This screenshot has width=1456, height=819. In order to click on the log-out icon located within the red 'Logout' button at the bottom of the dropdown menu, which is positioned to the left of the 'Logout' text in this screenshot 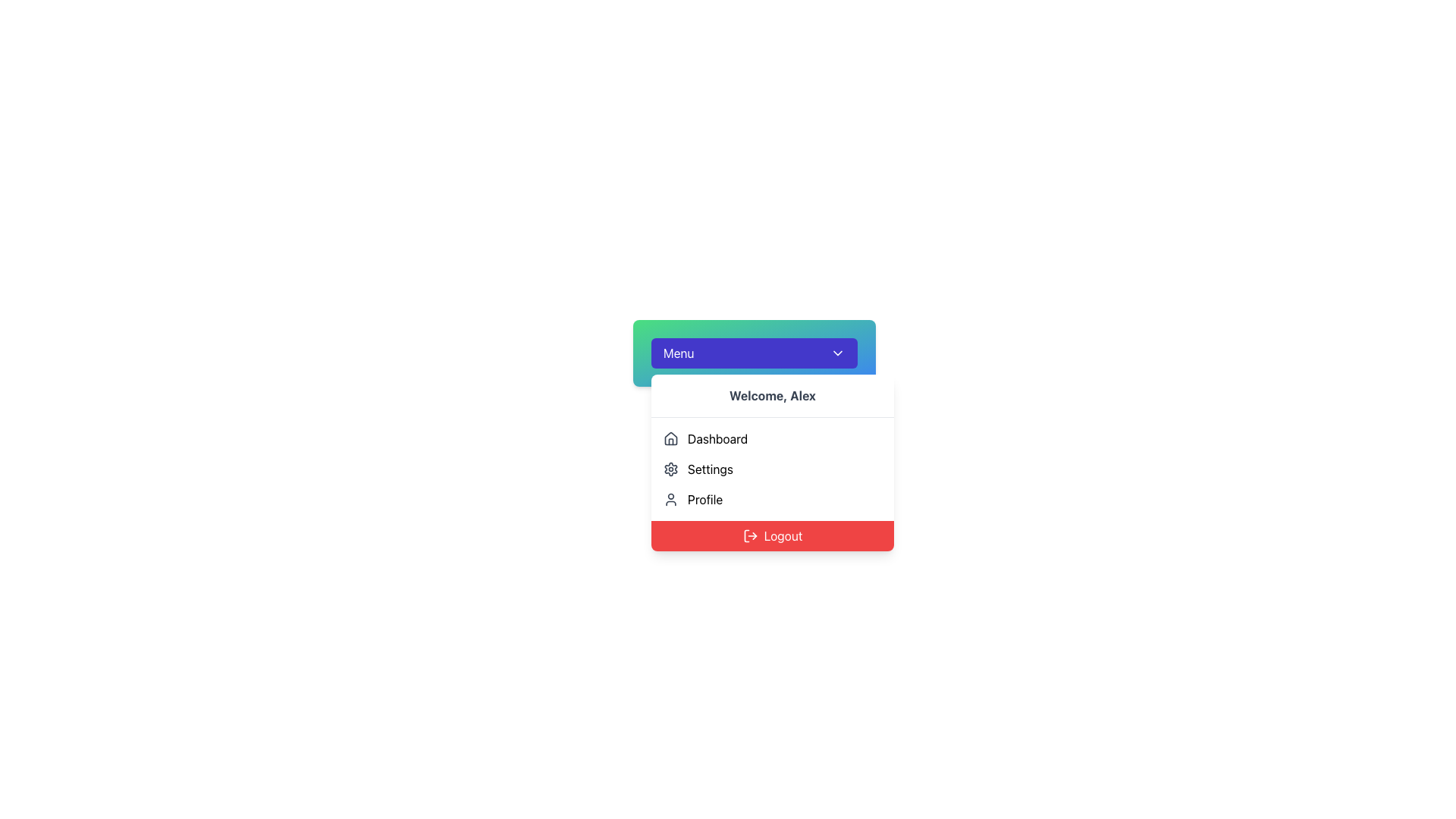, I will do `click(750, 535)`.